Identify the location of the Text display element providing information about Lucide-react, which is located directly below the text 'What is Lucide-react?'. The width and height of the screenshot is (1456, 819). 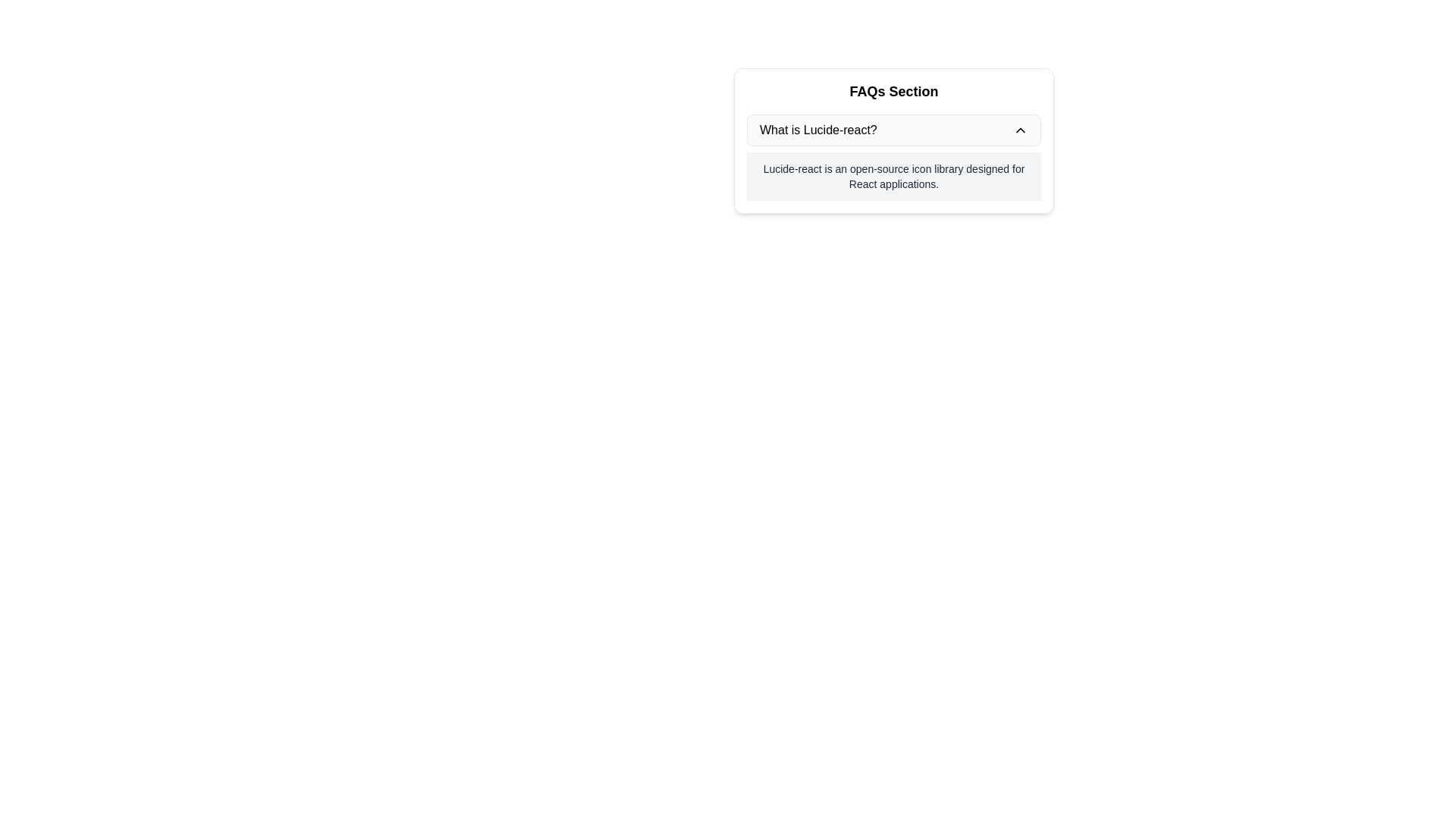
(894, 175).